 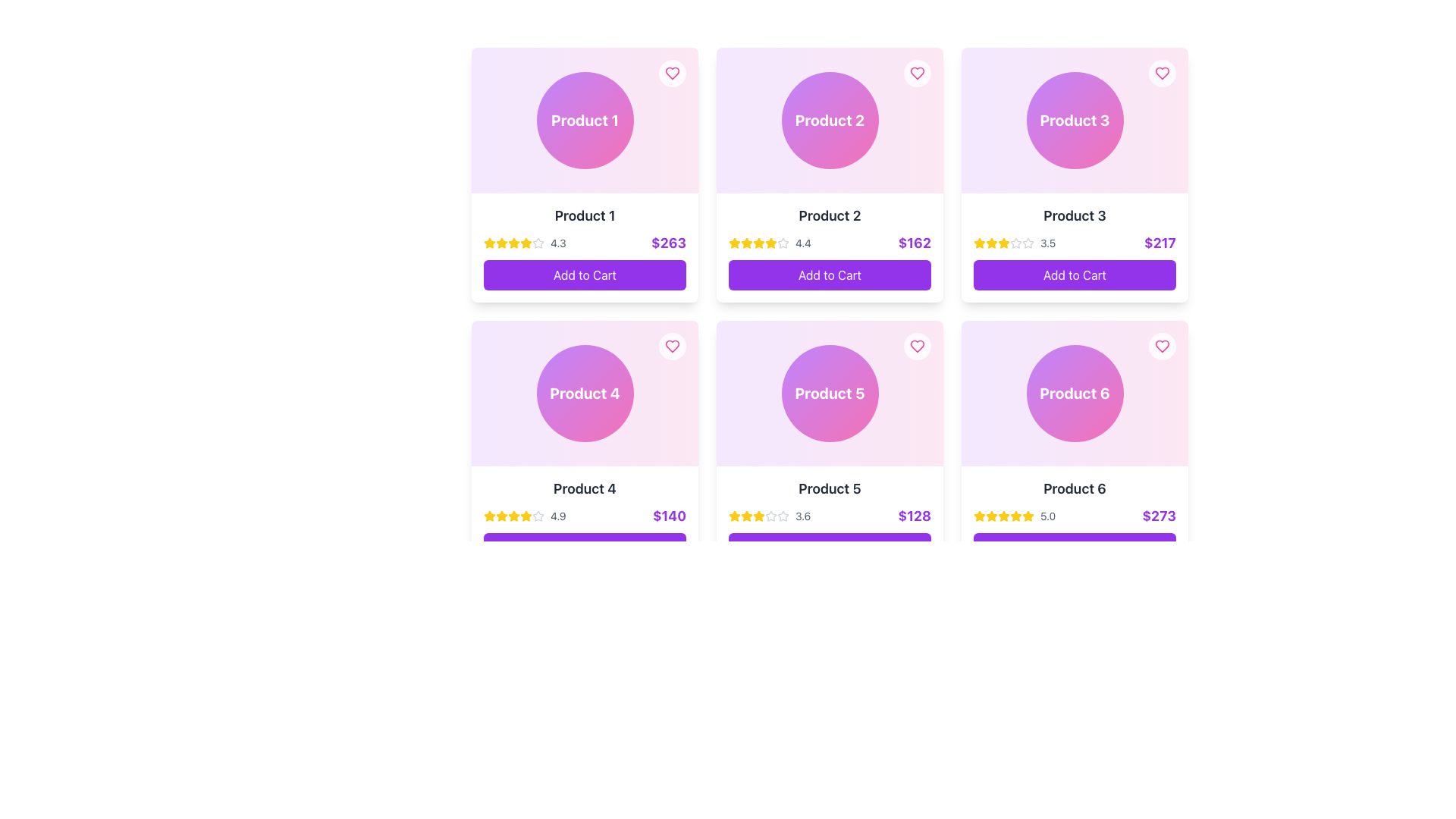 What do you see at coordinates (584, 119) in the screenshot?
I see `the Informational graphic with text located in the top-left section of the product card grid layout` at bounding box center [584, 119].